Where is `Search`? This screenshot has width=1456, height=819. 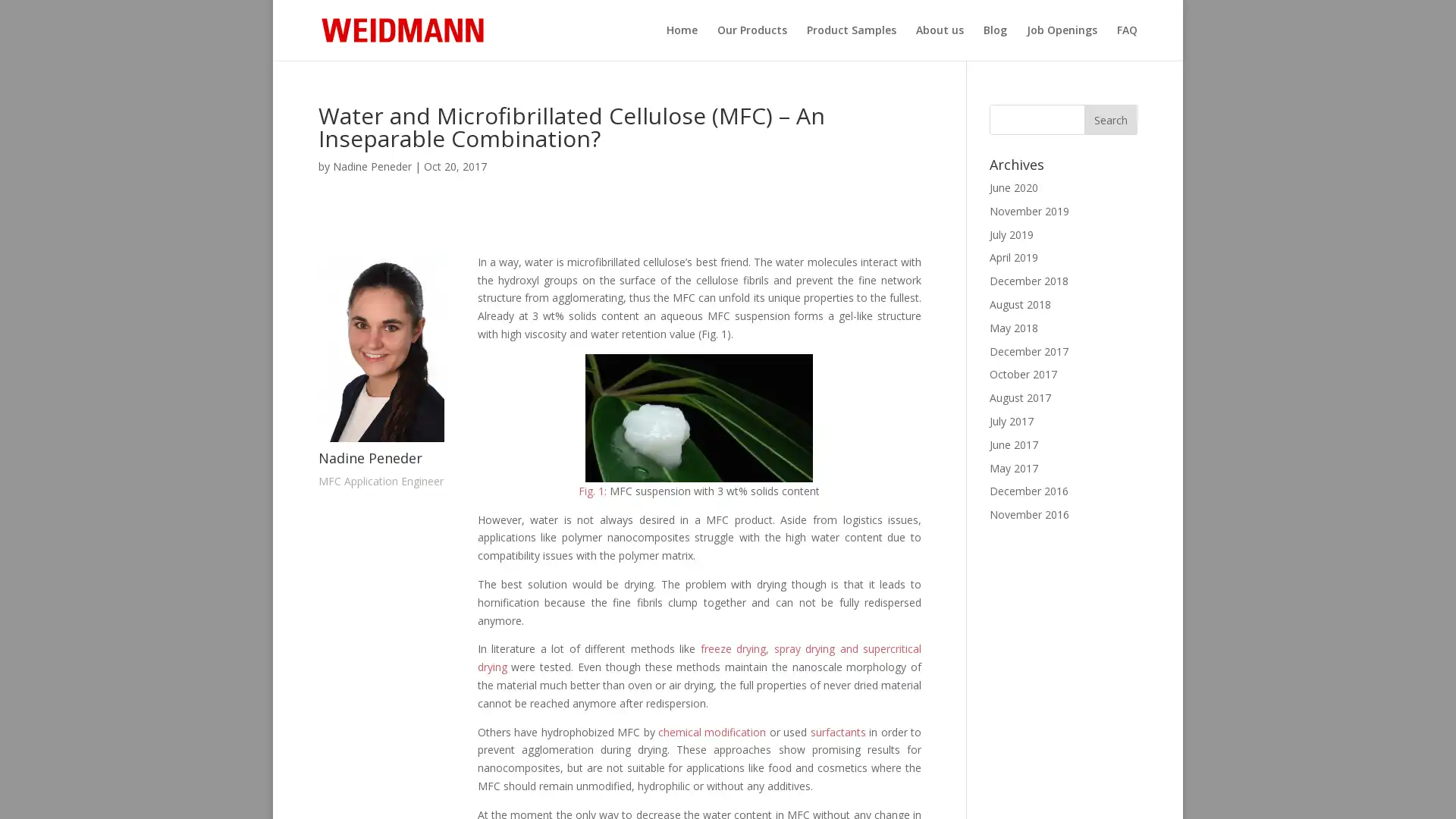
Search is located at coordinates (1110, 119).